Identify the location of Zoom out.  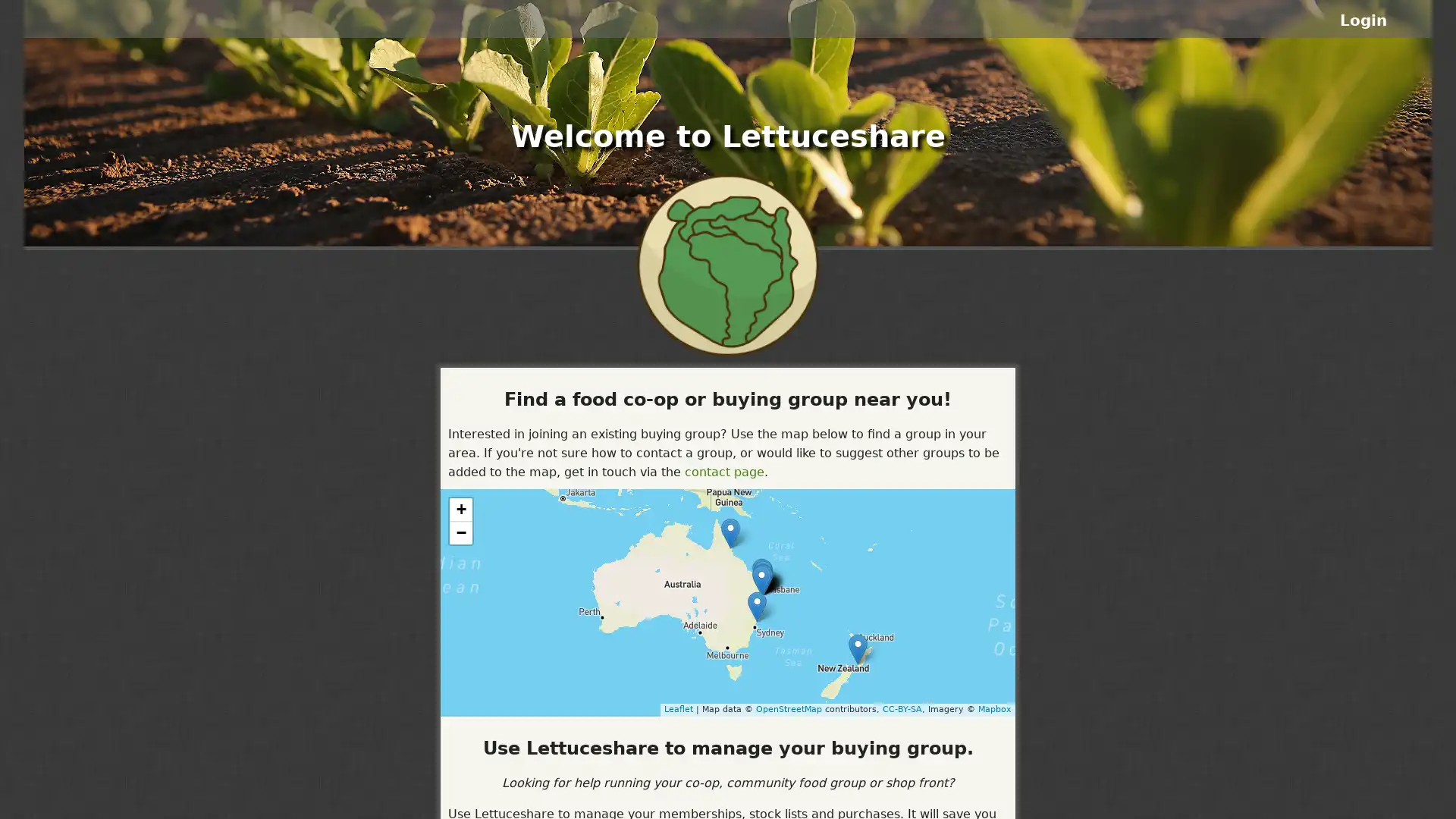
(460, 532).